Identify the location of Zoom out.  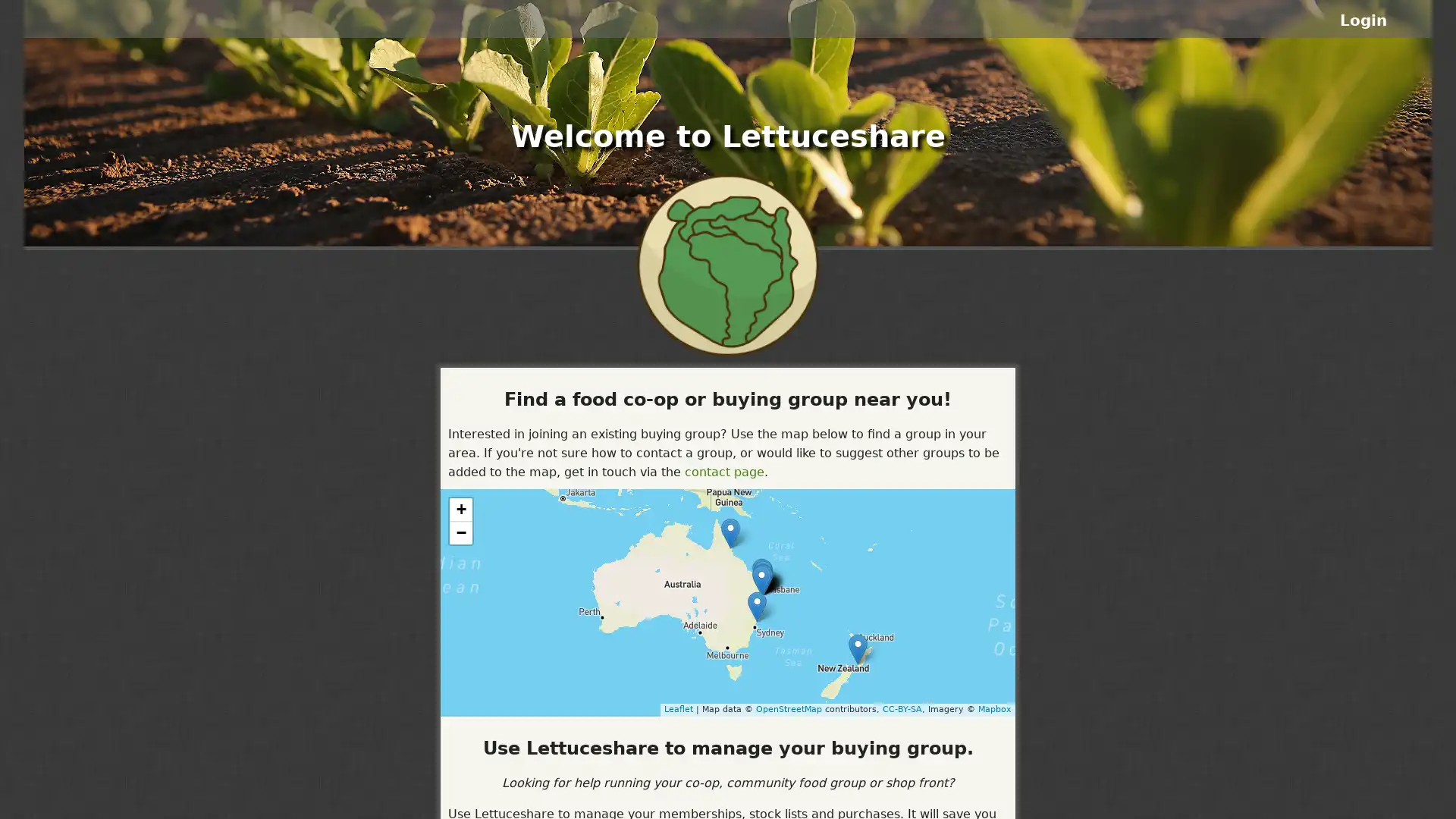
(460, 532).